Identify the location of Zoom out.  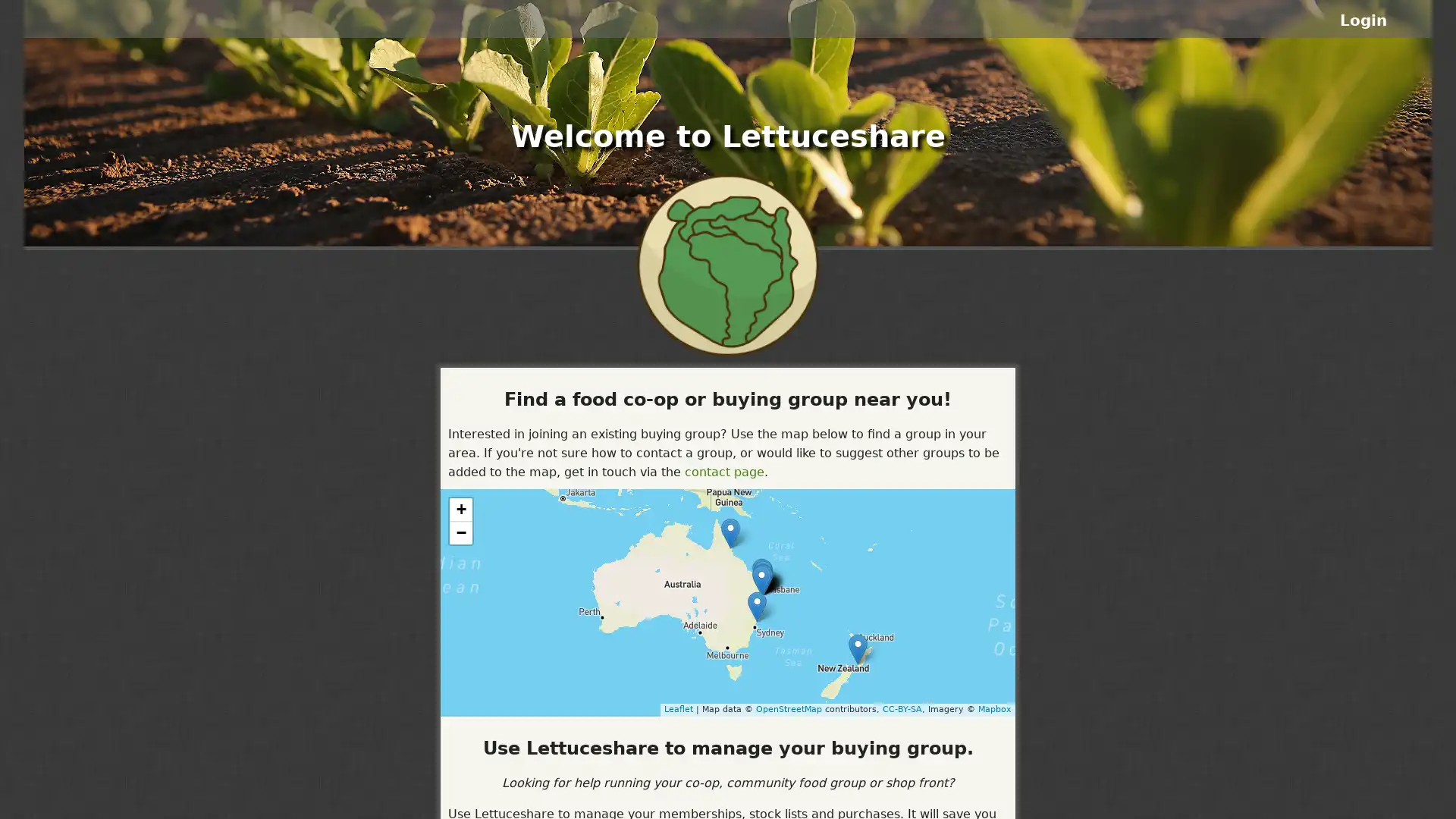
(460, 532).